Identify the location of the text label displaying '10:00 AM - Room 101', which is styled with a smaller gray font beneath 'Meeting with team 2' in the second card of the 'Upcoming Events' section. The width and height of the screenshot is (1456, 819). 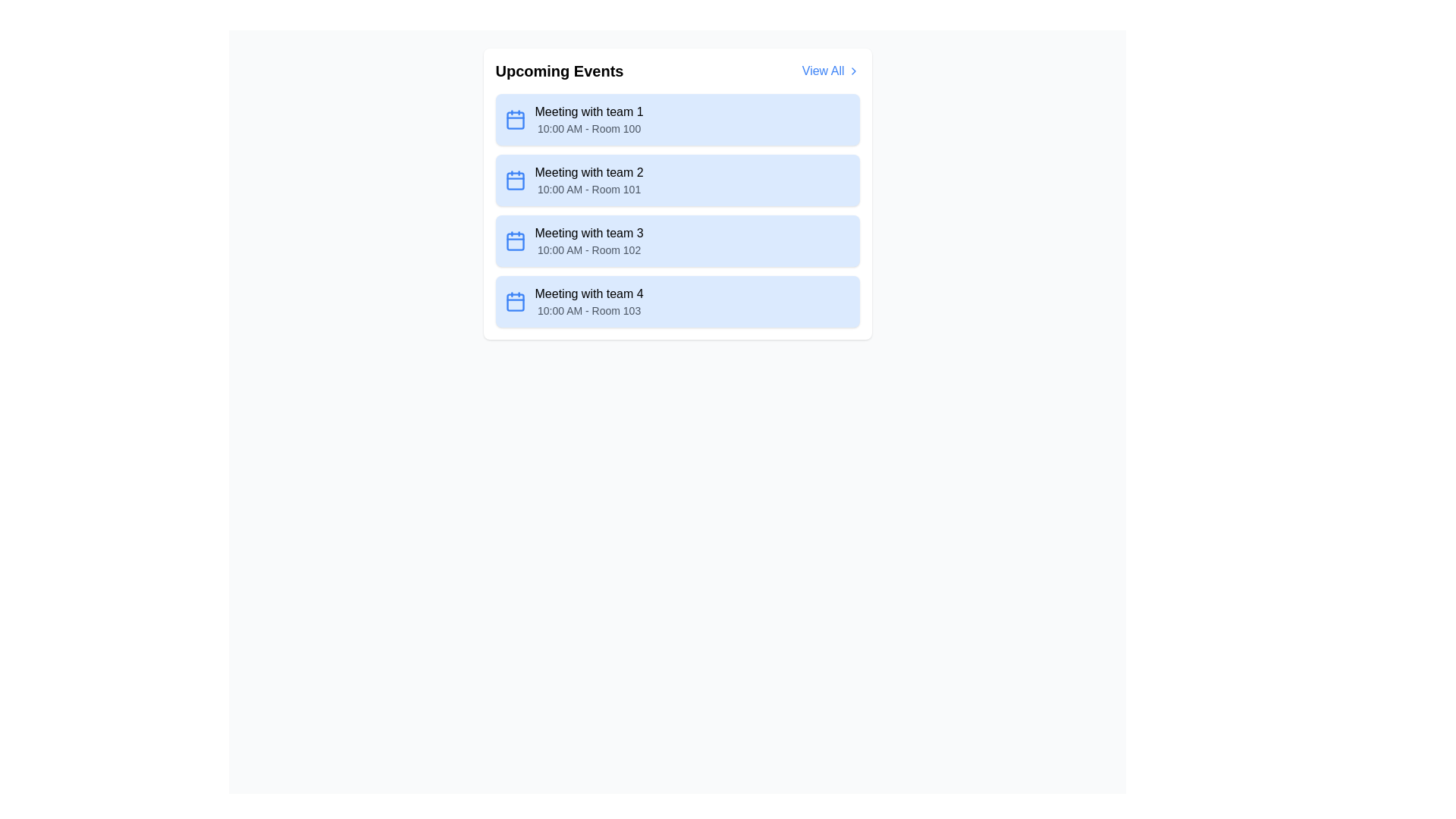
(588, 189).